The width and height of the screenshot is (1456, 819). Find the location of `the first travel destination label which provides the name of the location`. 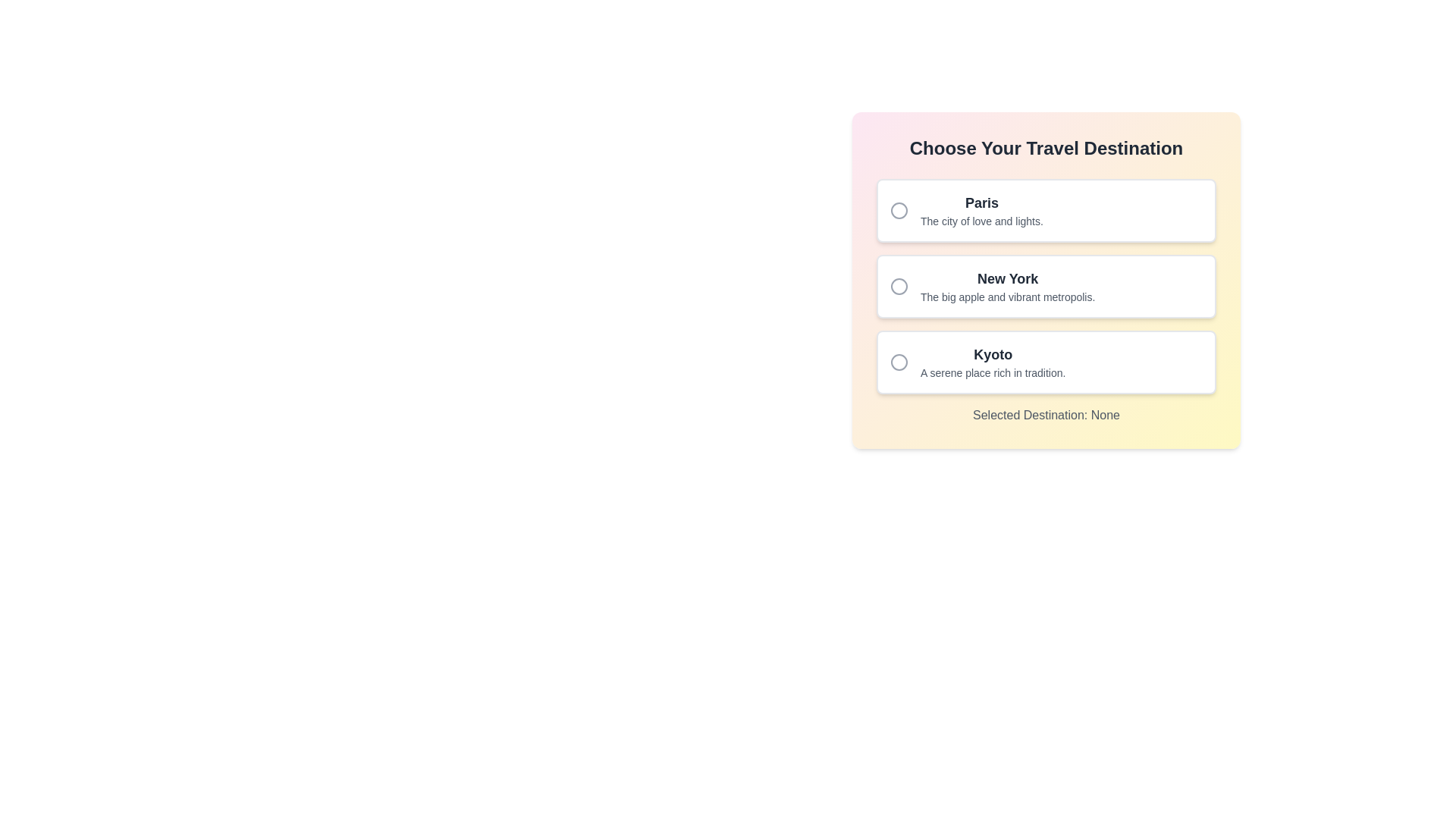

the first travel destination label which provides the name of the location is located at coordinates (981, 202).